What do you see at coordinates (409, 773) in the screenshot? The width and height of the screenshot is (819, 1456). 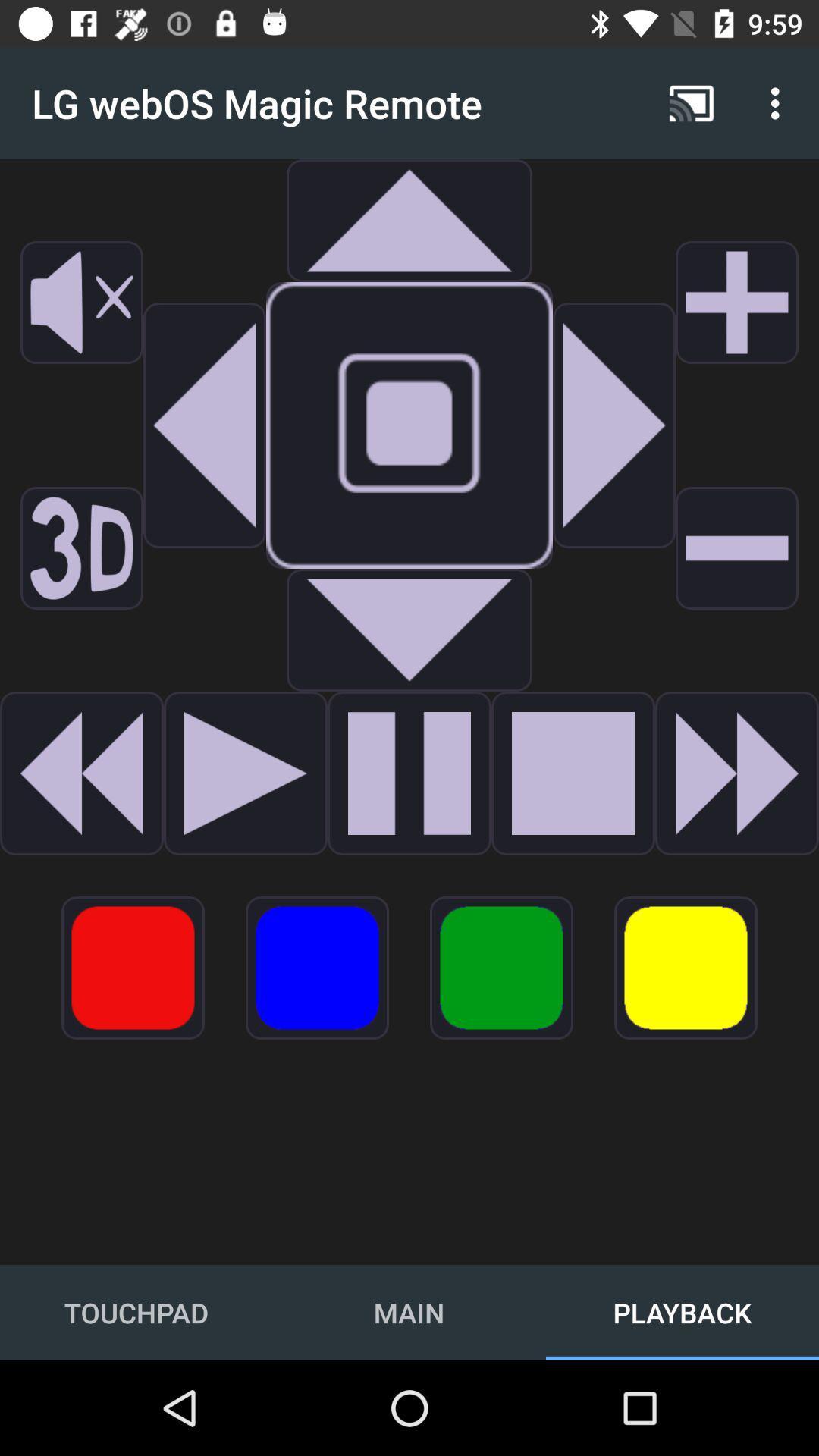 I see `pause option` at bounding box center [409, 773].